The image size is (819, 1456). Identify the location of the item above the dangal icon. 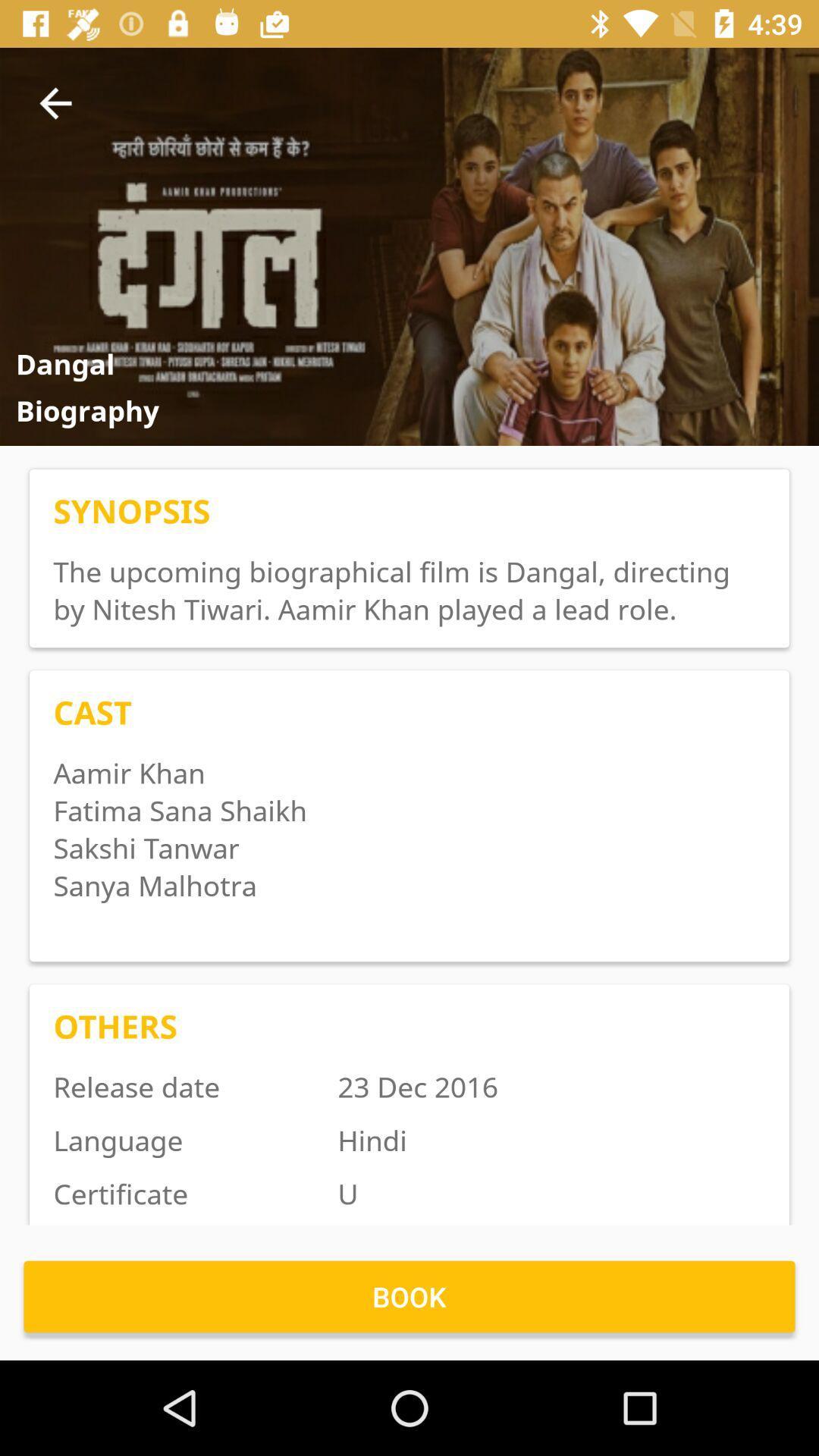
(55, 102).